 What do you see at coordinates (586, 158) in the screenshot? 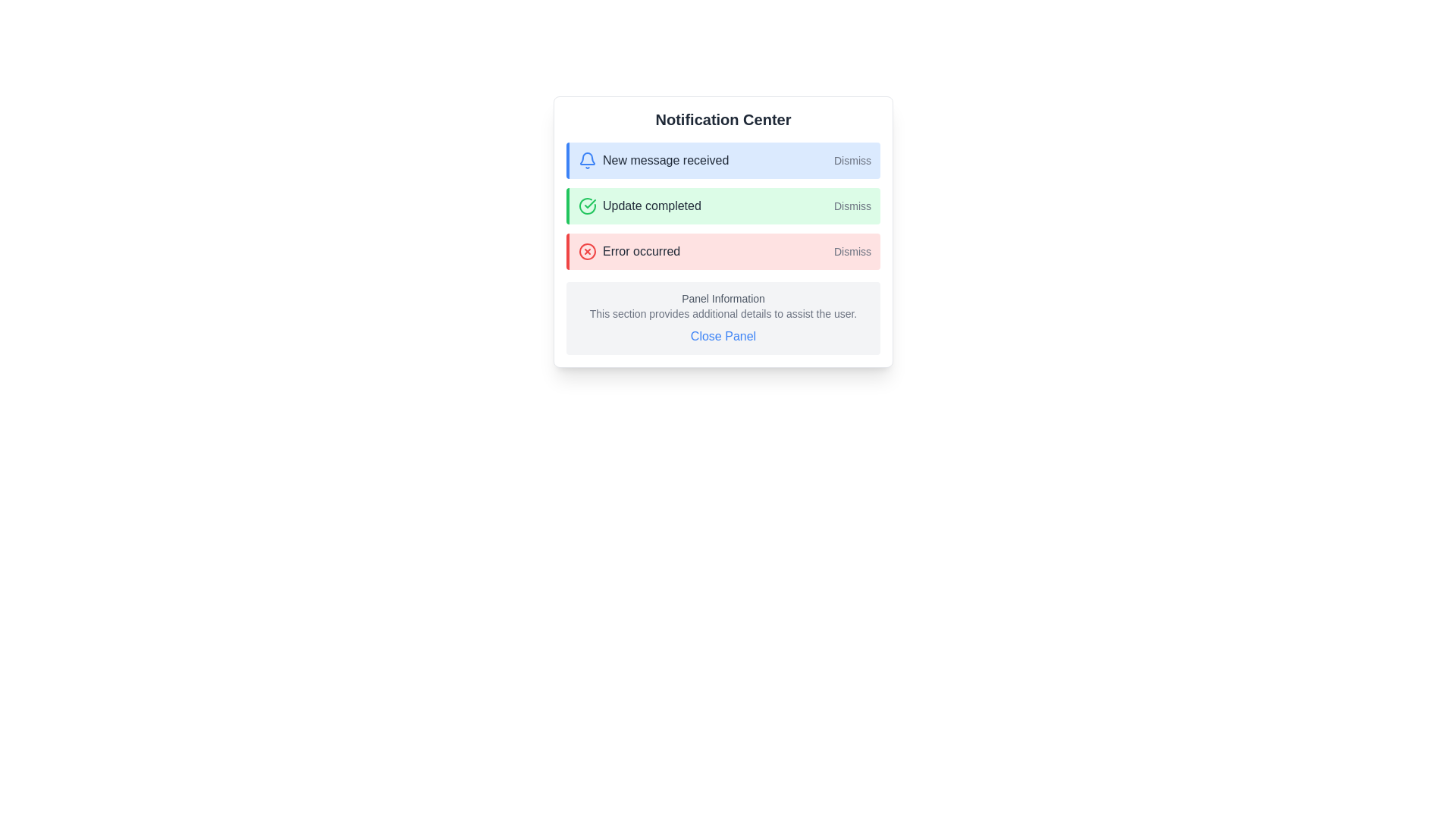
I see `the bell-shaped notification icon located at the upper-left corner of the notification center panel, which is styled with a blue outline` at bounding box center [586, 158].